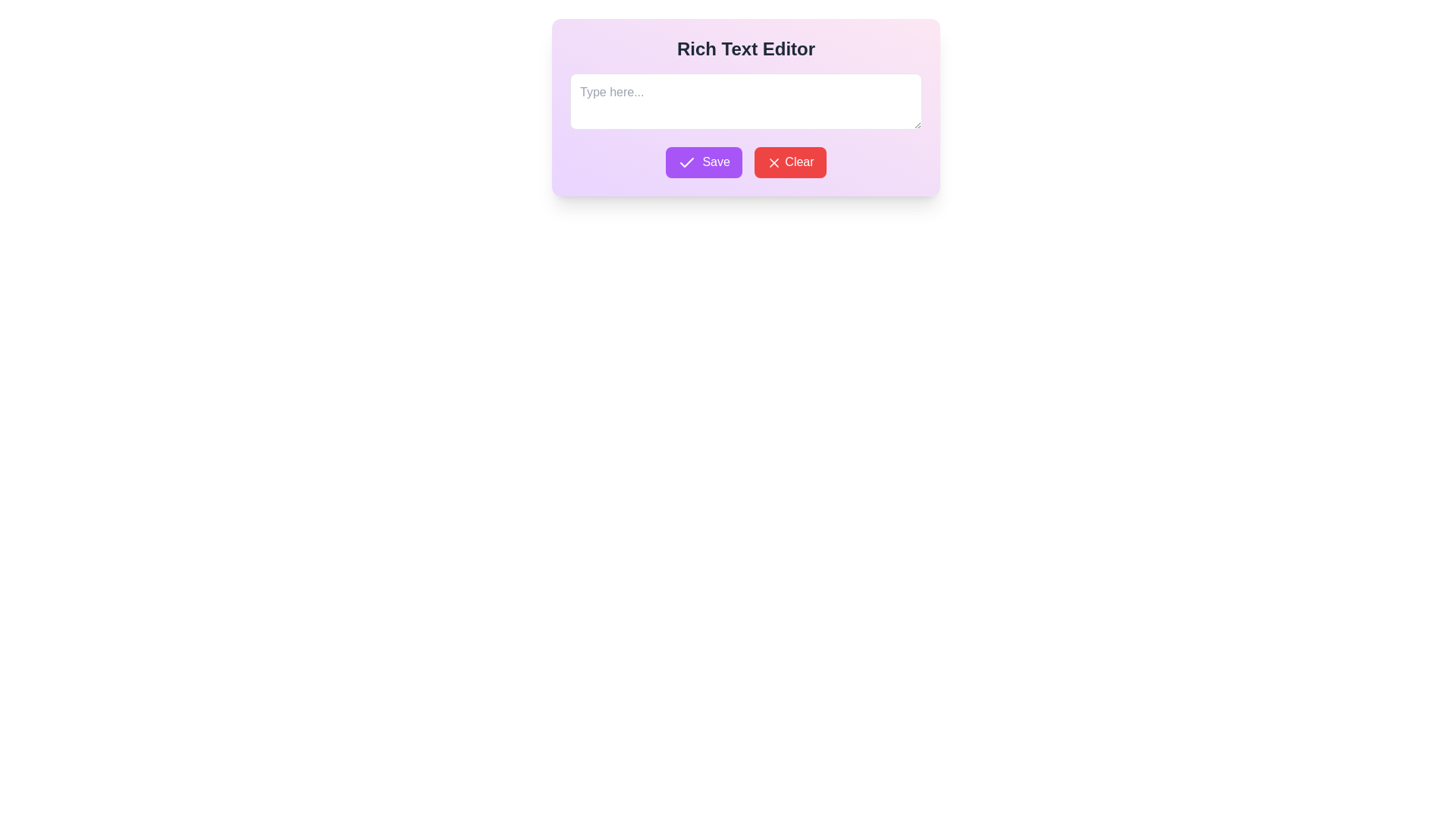 This screenshot has width=1456, height=819. I want to click on the 'Clear' button, which is the second button in a horizontal group below the text input field, so click(789, 162).